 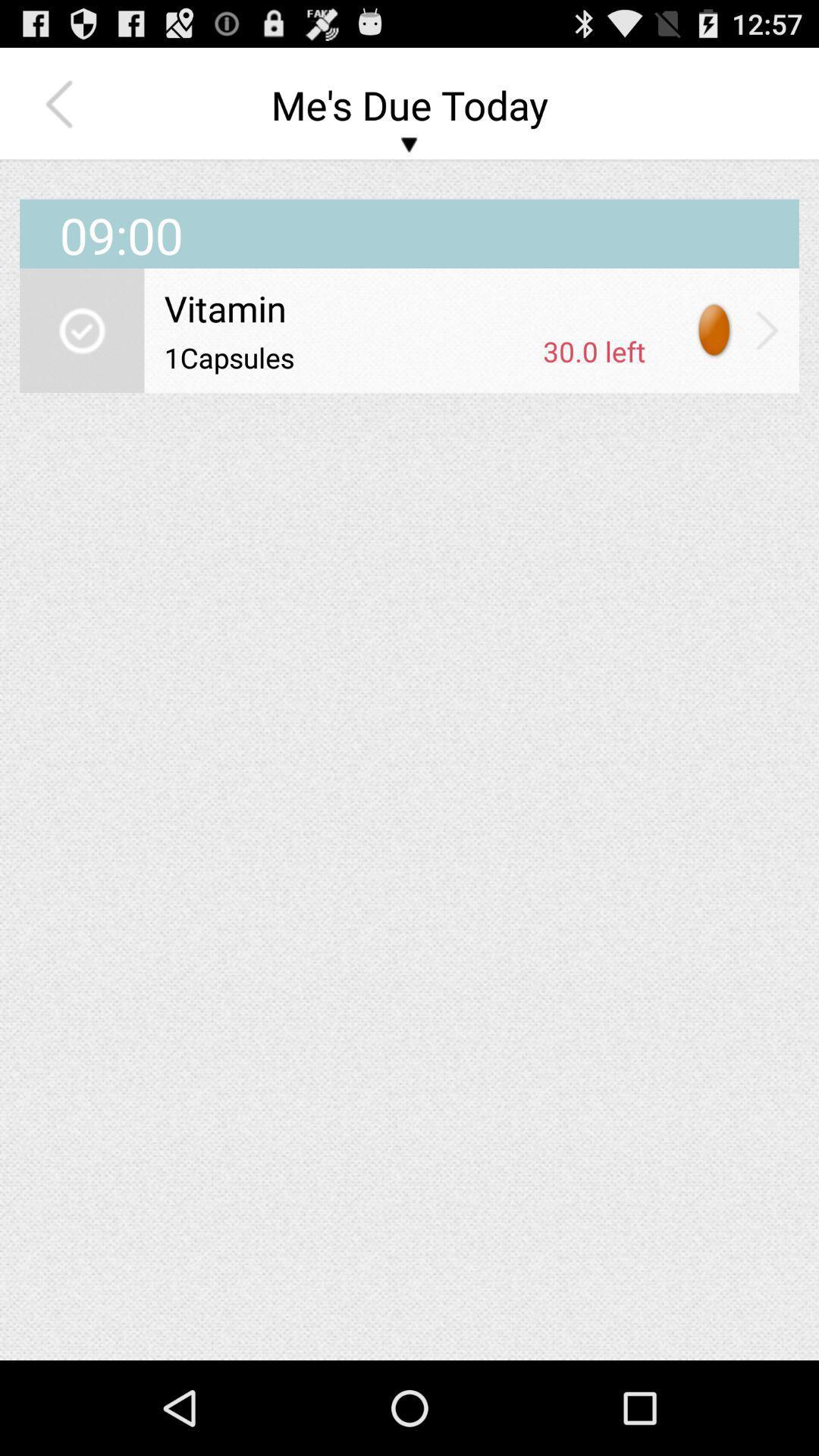 I want to click on the app to the left of the me s due item, so click(x=62, y=104).